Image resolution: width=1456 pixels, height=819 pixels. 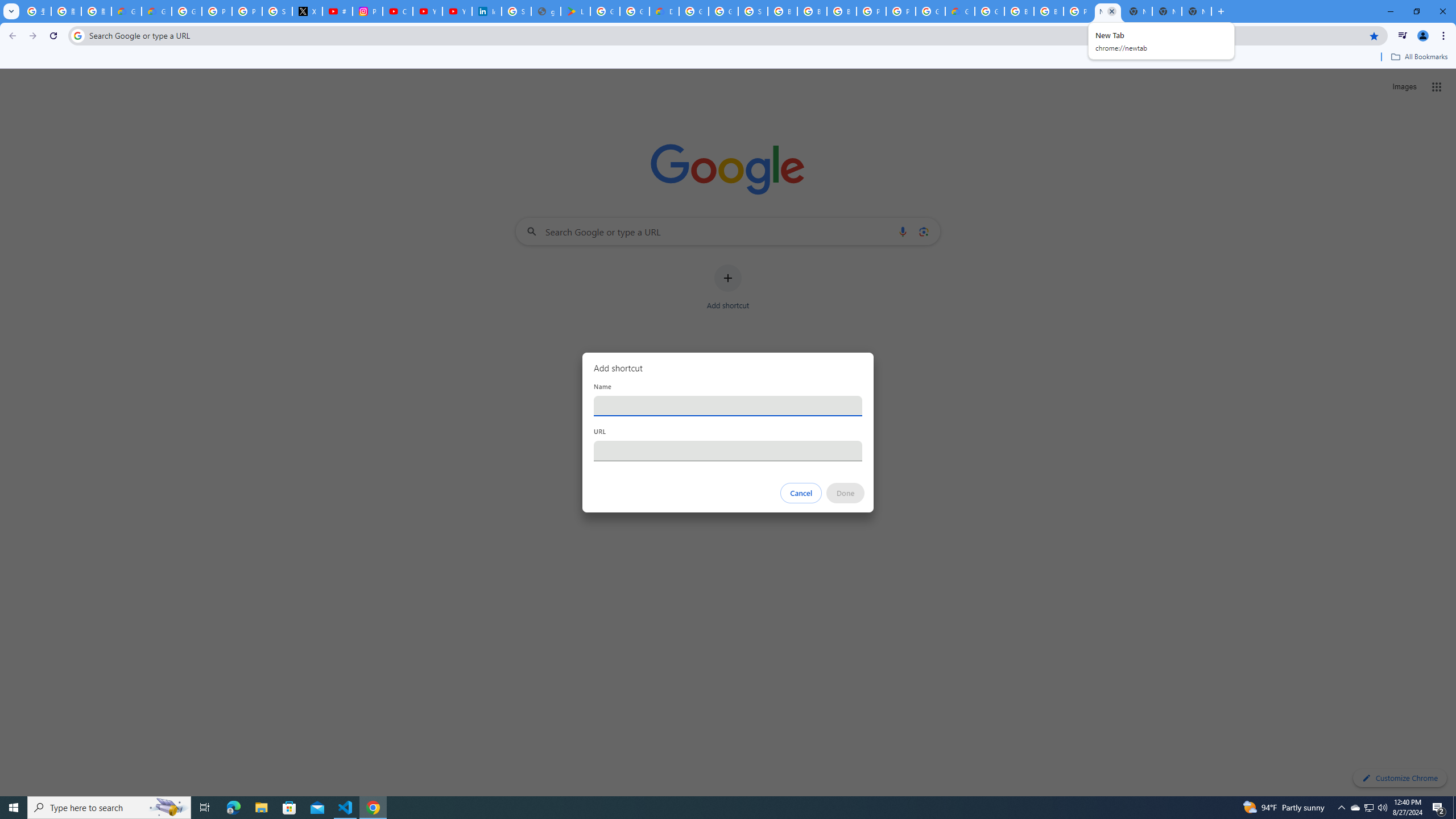 What do you see at coordinates (801, 493) in the screenshot?
I see `'Cancel'` at bounding box center [801, 493].